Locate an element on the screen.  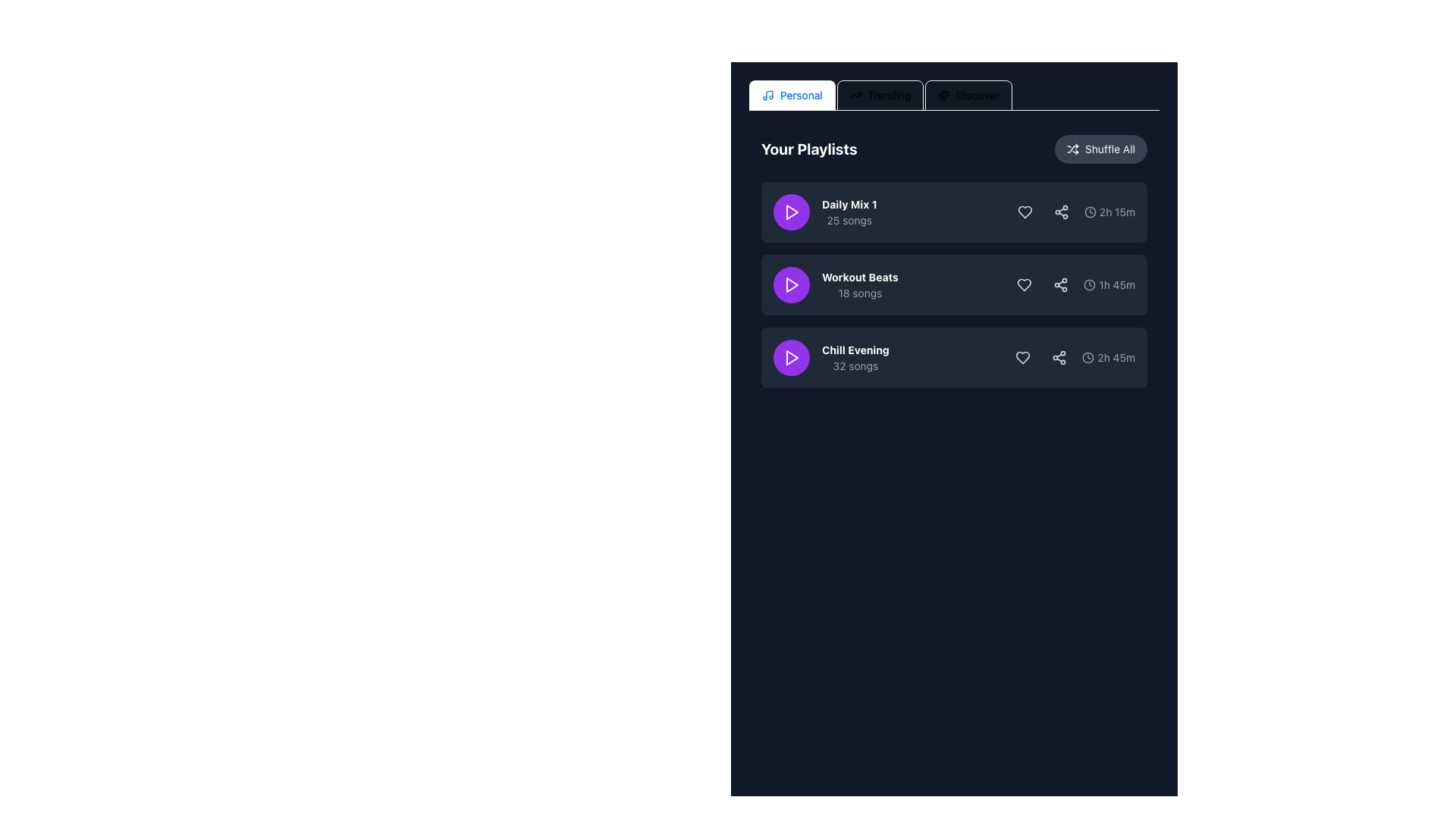
the circular outline of the clock icon located to the right of the 'Daily Mix 1' row in the playlist section is located at coordinates (1089, 212).